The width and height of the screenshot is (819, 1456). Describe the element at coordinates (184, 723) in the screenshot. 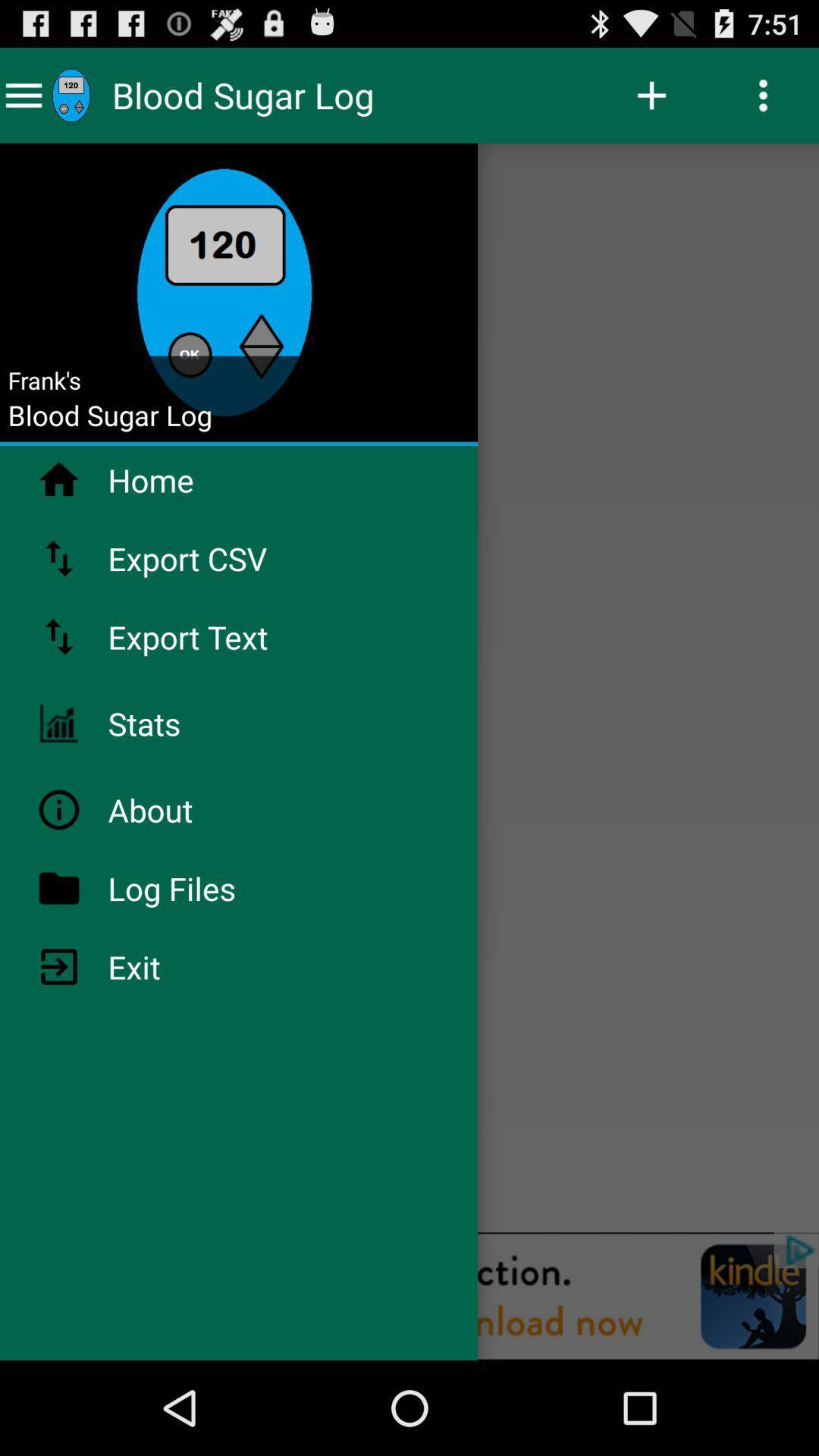

I see `the stats` at that location.